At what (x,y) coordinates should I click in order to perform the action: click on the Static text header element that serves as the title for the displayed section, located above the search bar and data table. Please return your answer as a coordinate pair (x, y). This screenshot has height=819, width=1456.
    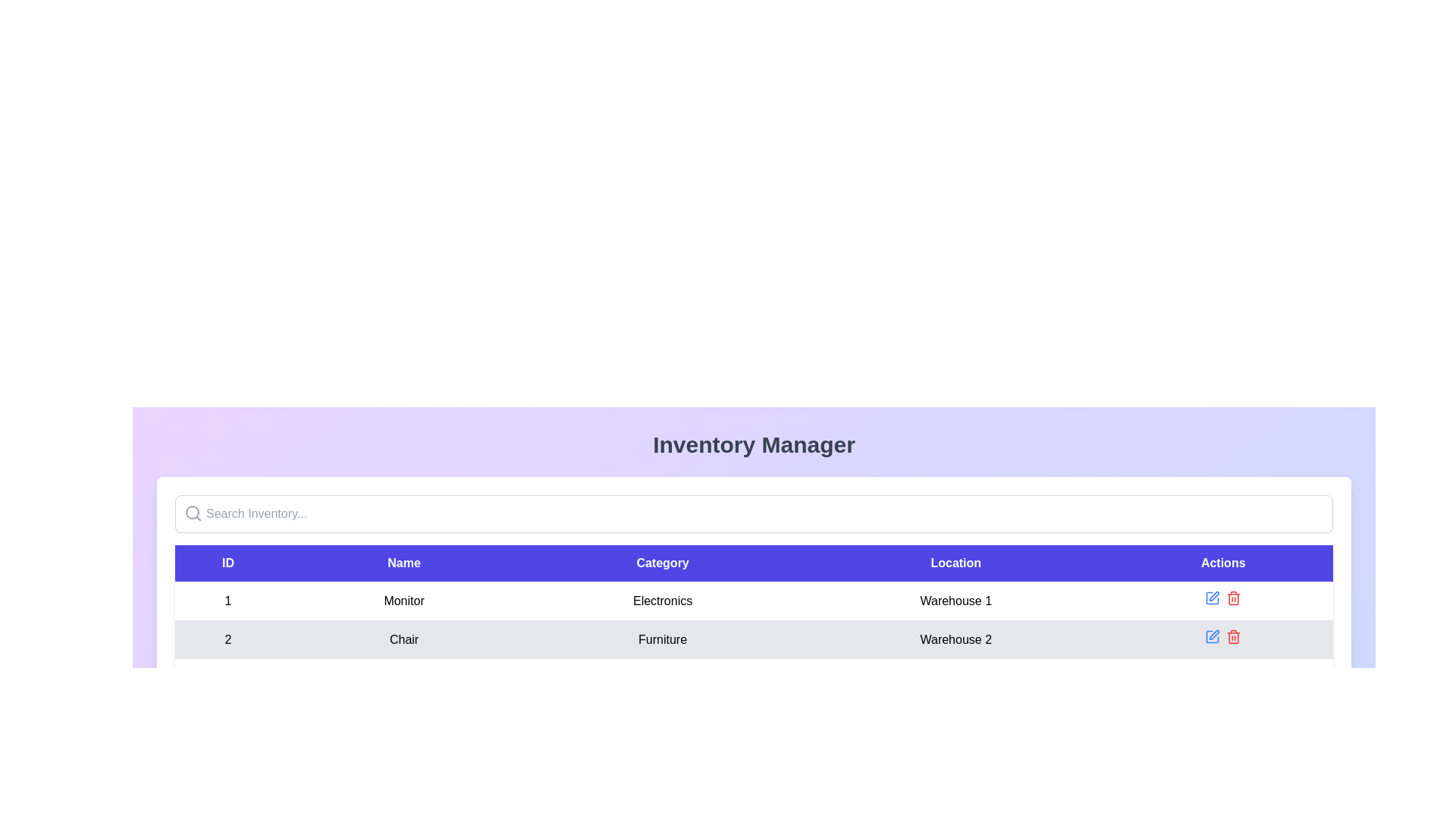
    Looking at the image, I should click on (754, 444).